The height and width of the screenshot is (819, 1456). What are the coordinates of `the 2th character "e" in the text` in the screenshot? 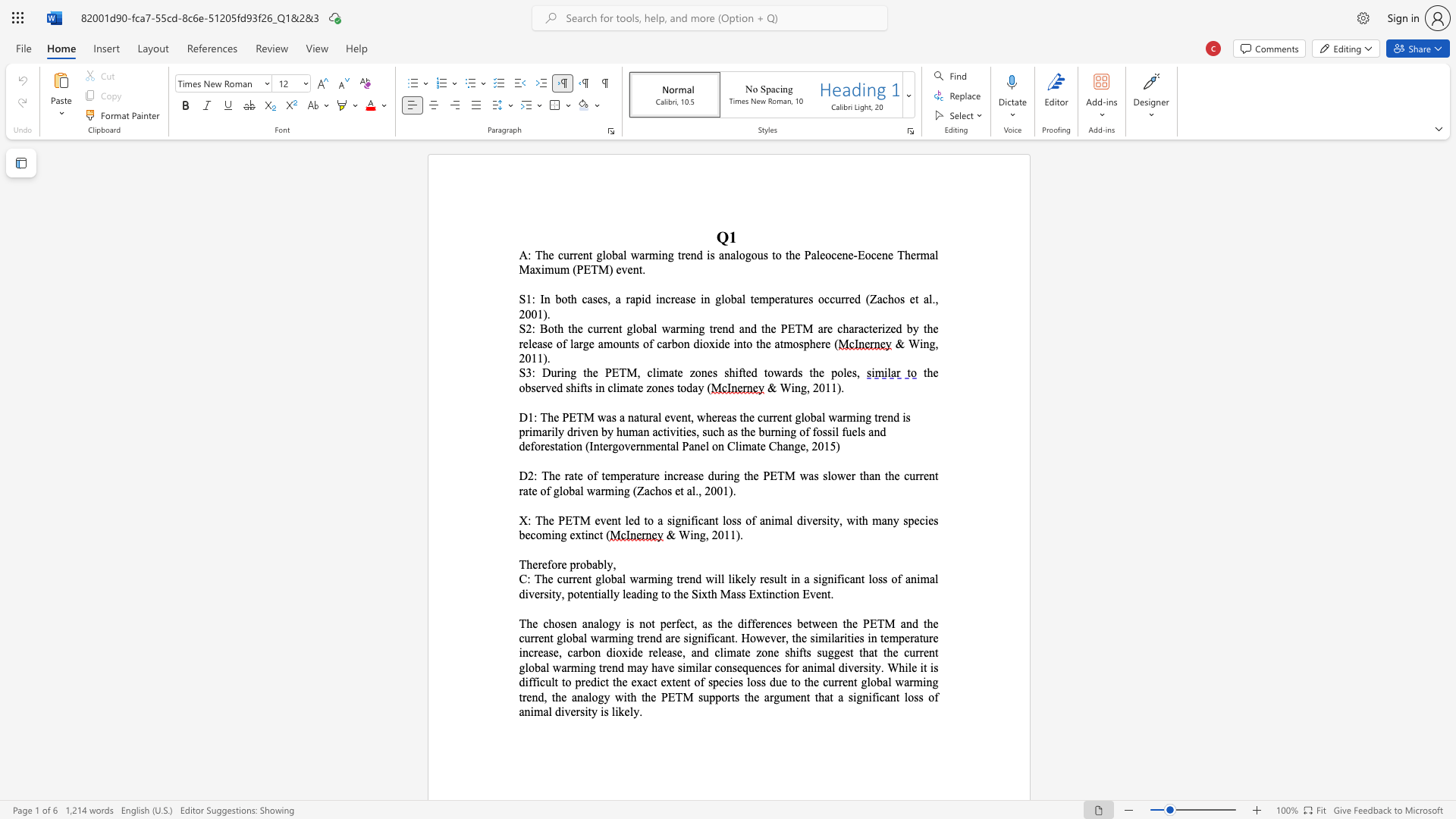 It's located at (579, 475).